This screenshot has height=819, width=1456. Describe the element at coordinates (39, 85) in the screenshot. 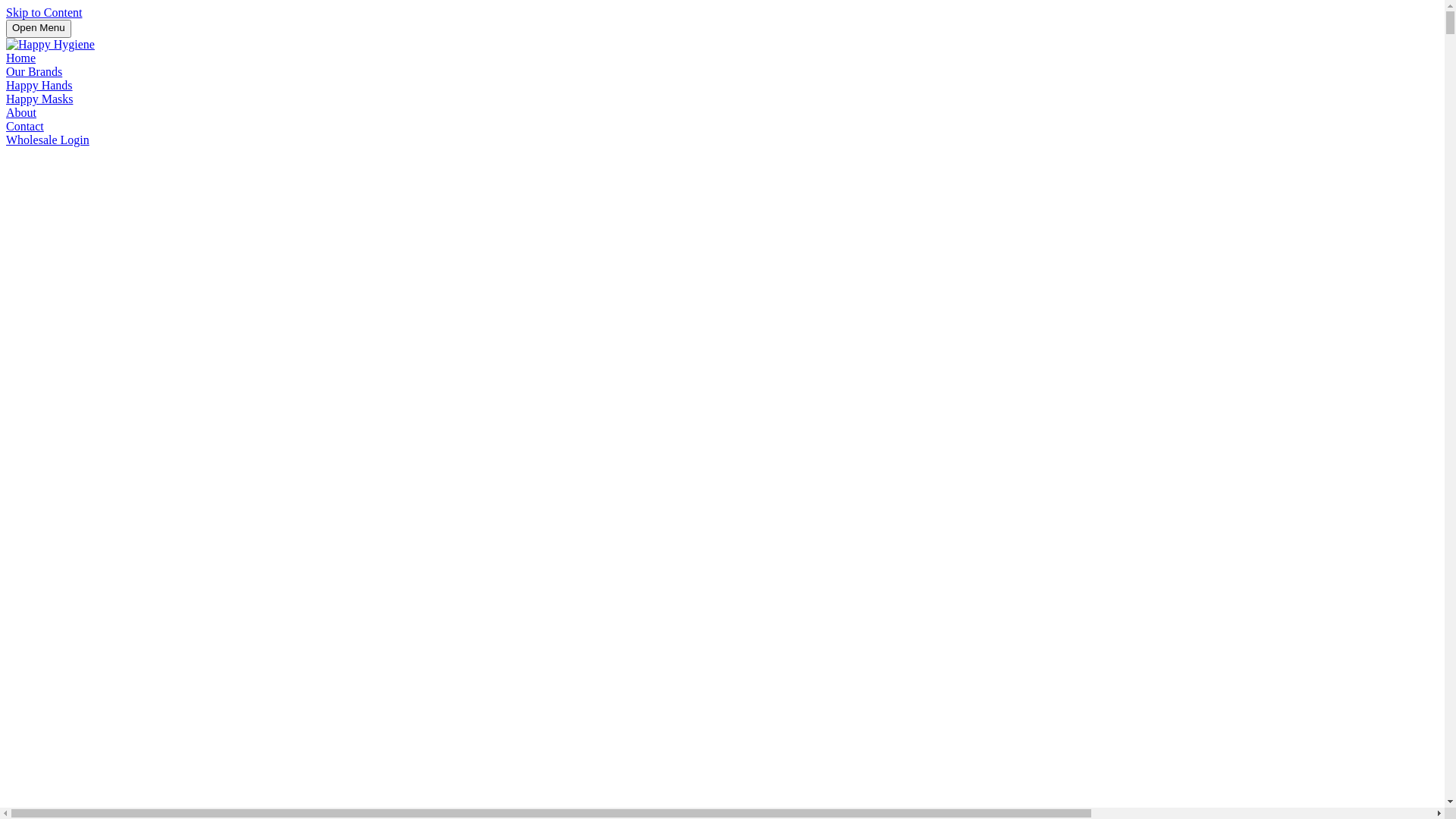

I see `'Happy Hands'` at that location.